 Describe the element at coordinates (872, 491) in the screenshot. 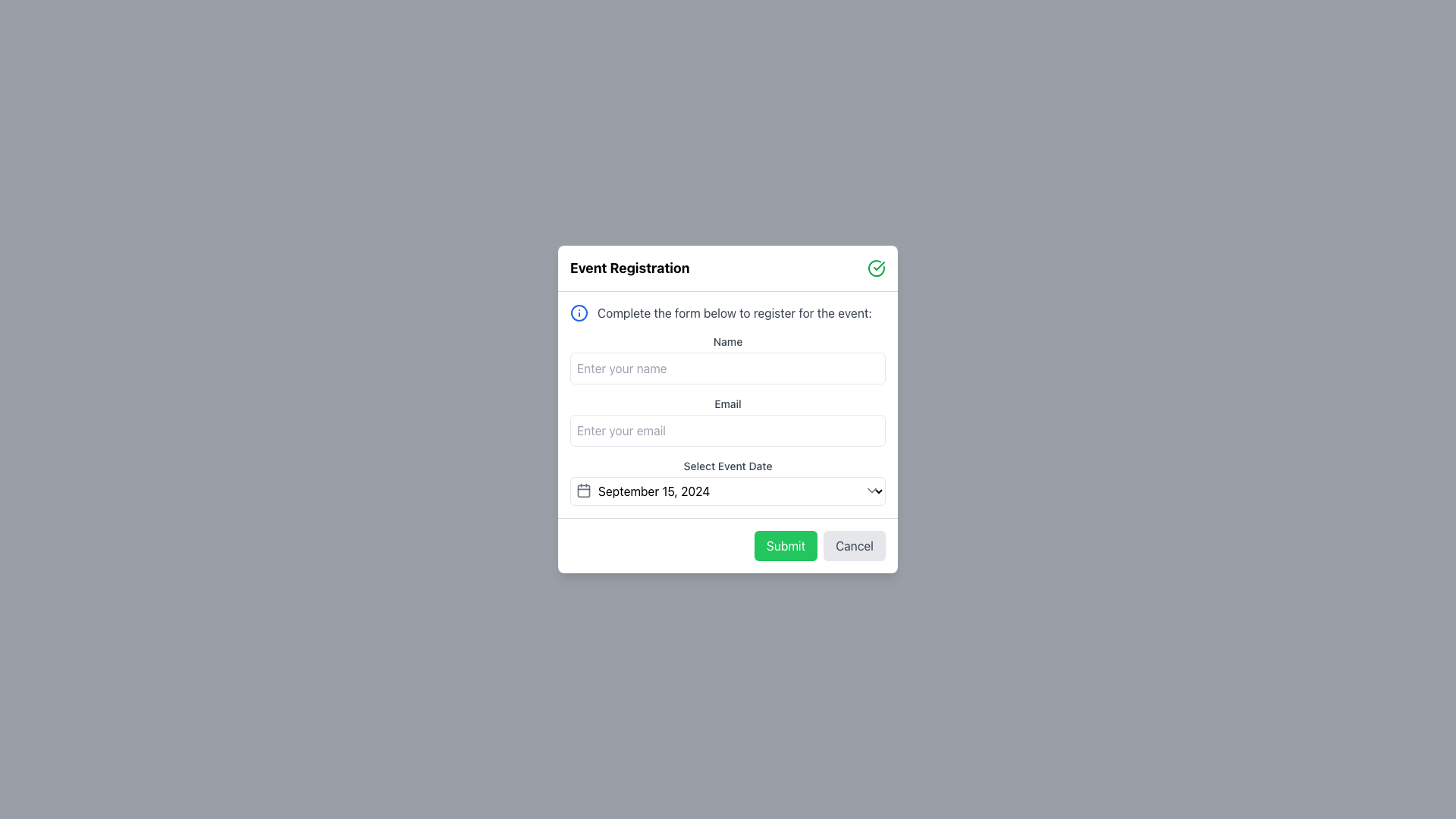

I see `the dropdown icon located at the right end of the date selection input field` at that location.